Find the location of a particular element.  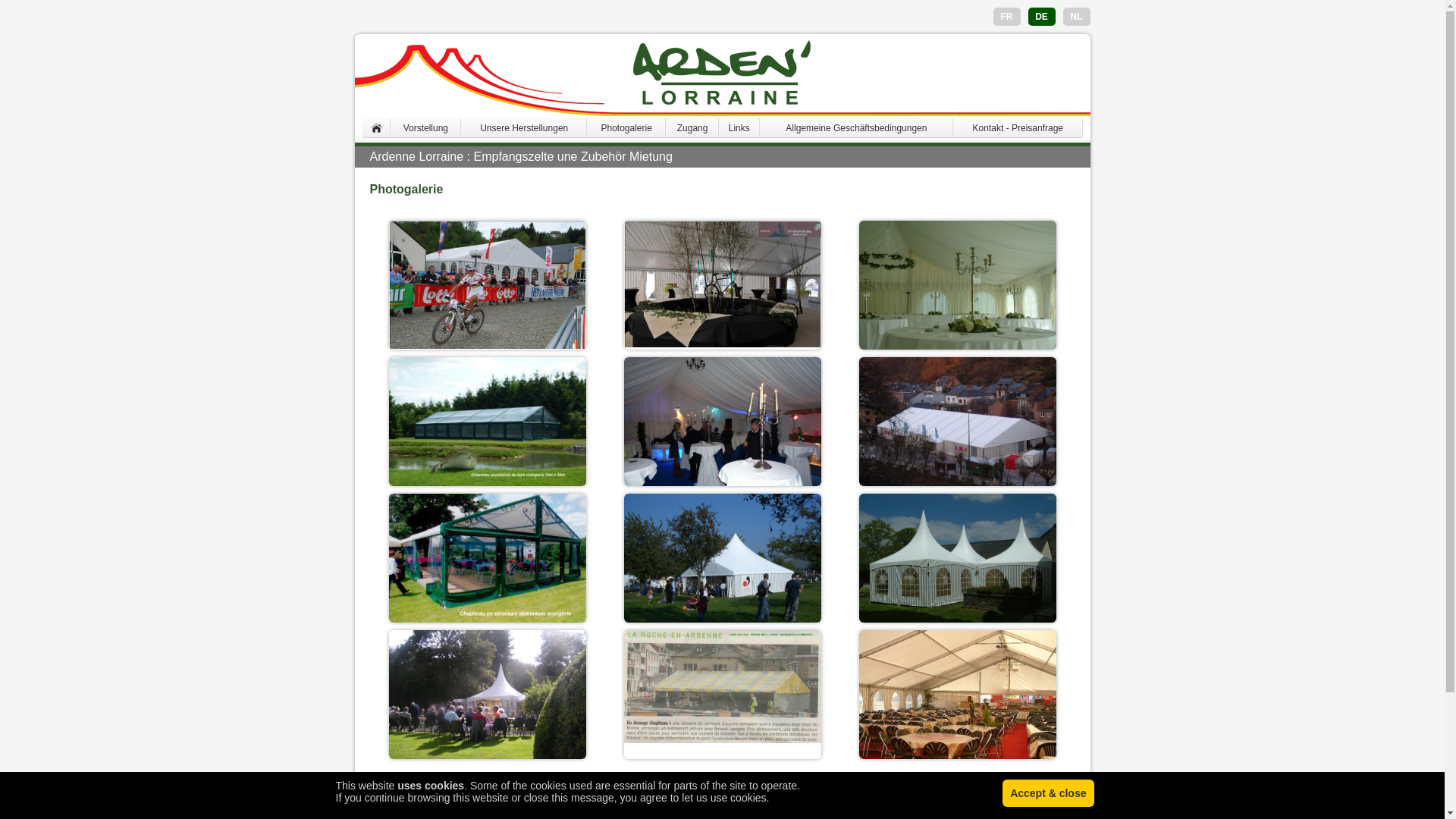

'uses cookies' is located at coordinates (397, 785).